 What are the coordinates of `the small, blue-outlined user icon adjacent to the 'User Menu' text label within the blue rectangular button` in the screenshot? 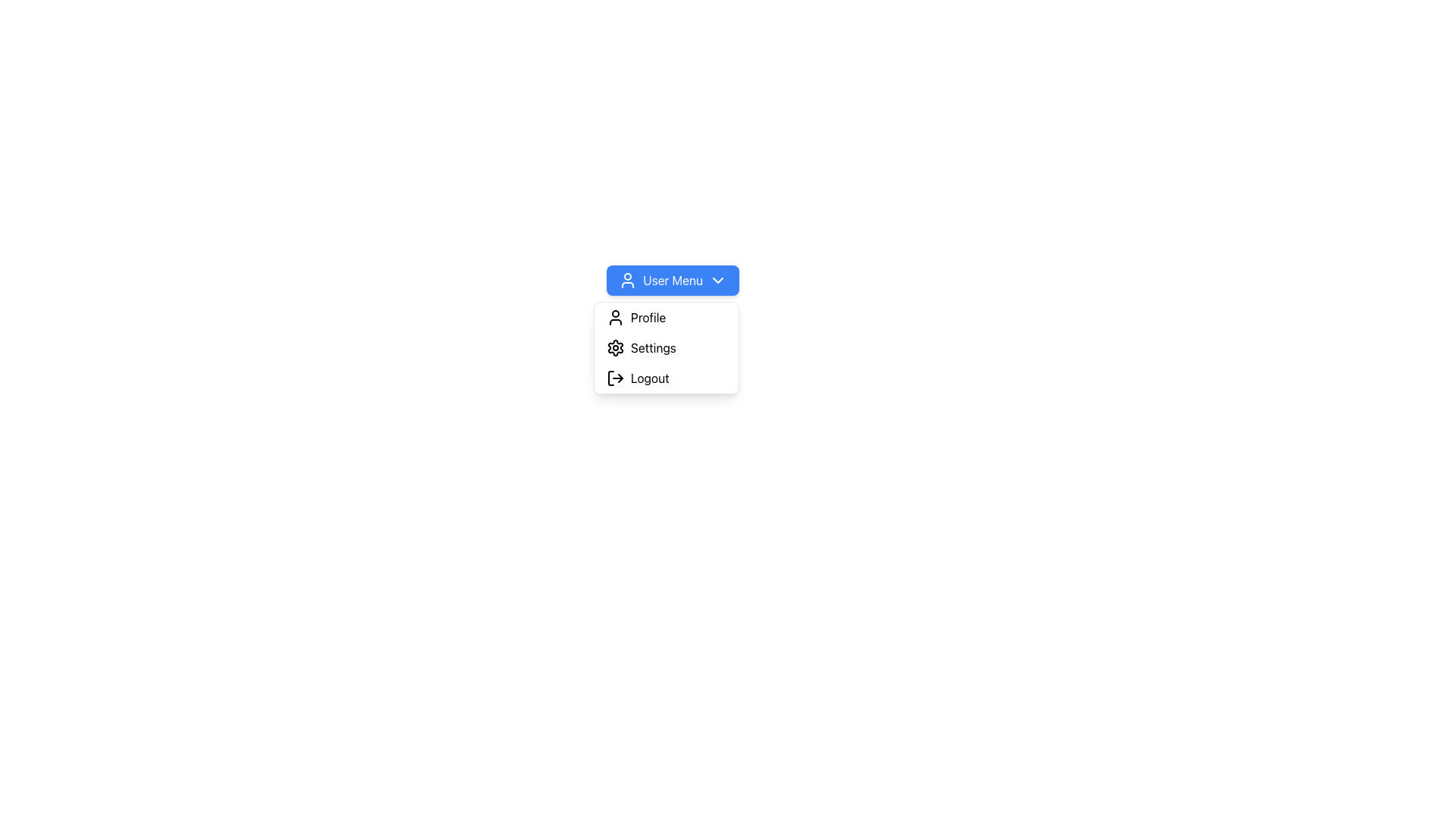 It's located at (628, 281).